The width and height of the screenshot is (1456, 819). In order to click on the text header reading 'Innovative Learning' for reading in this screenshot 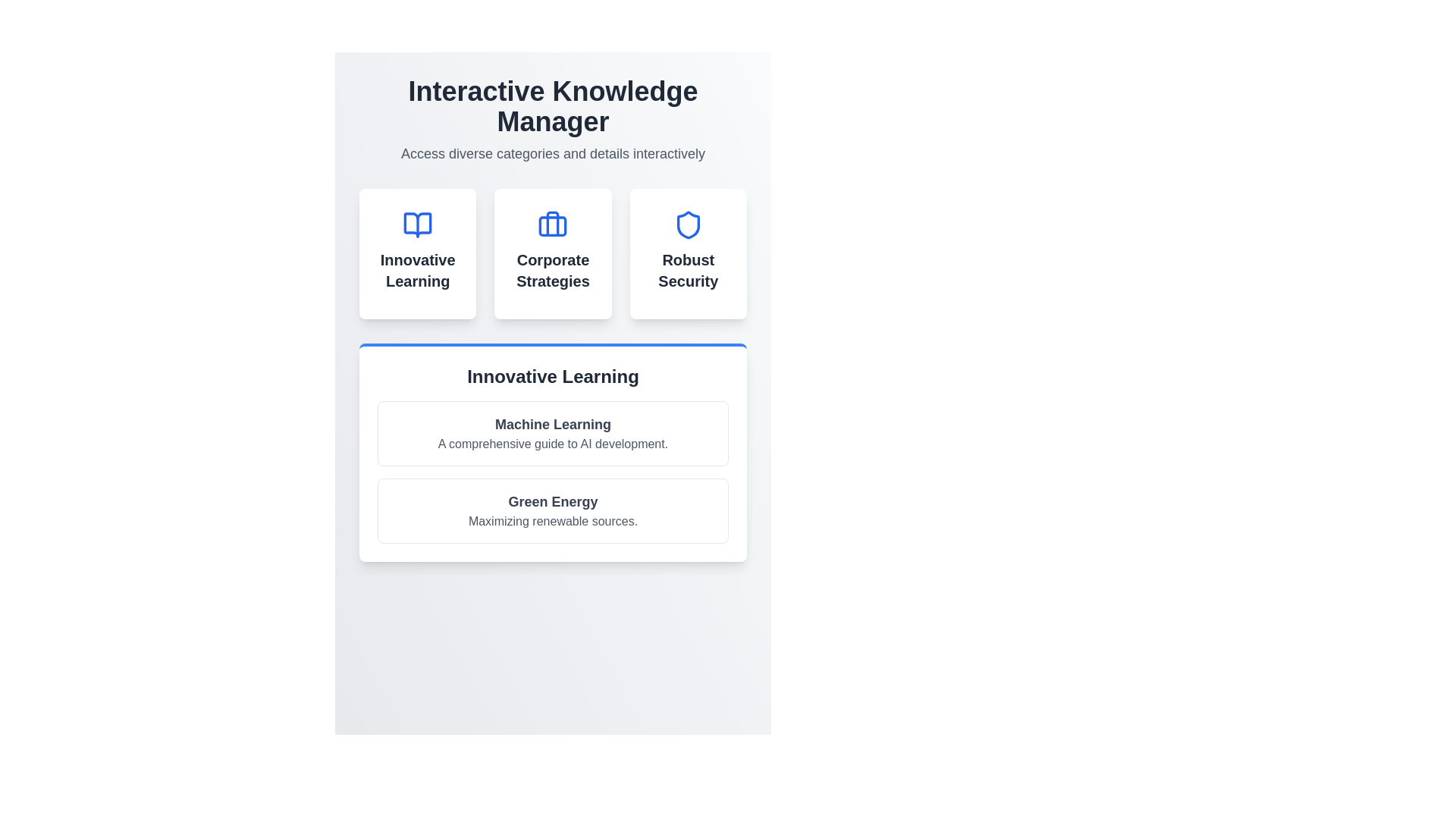, I will do `click(552, 376)`.